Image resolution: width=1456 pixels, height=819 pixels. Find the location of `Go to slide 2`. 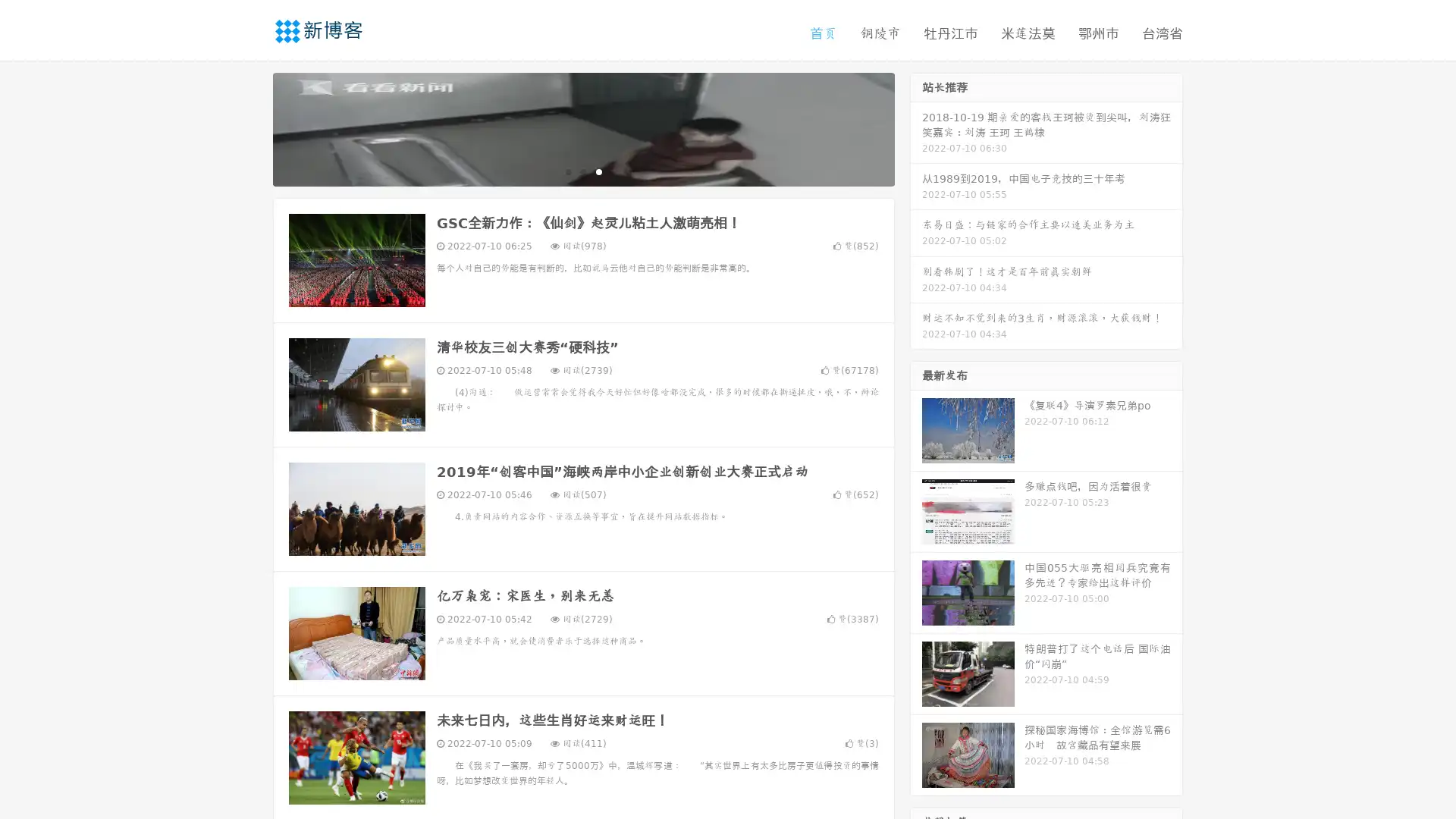

Go to slide 2 is located at coordinates (582, 171).